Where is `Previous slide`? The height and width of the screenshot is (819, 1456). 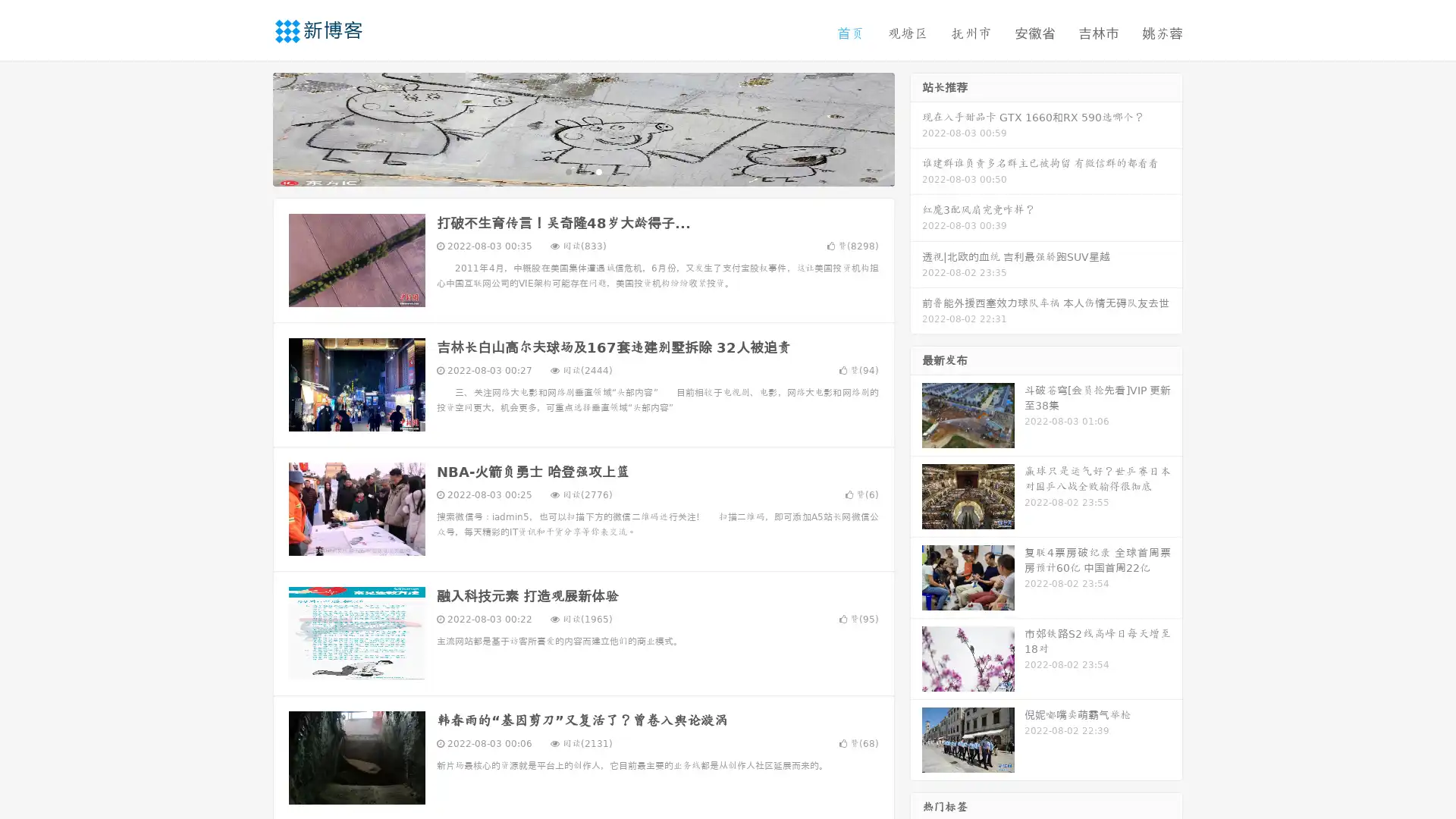 Previous slide is located at coordinates (250, 127).